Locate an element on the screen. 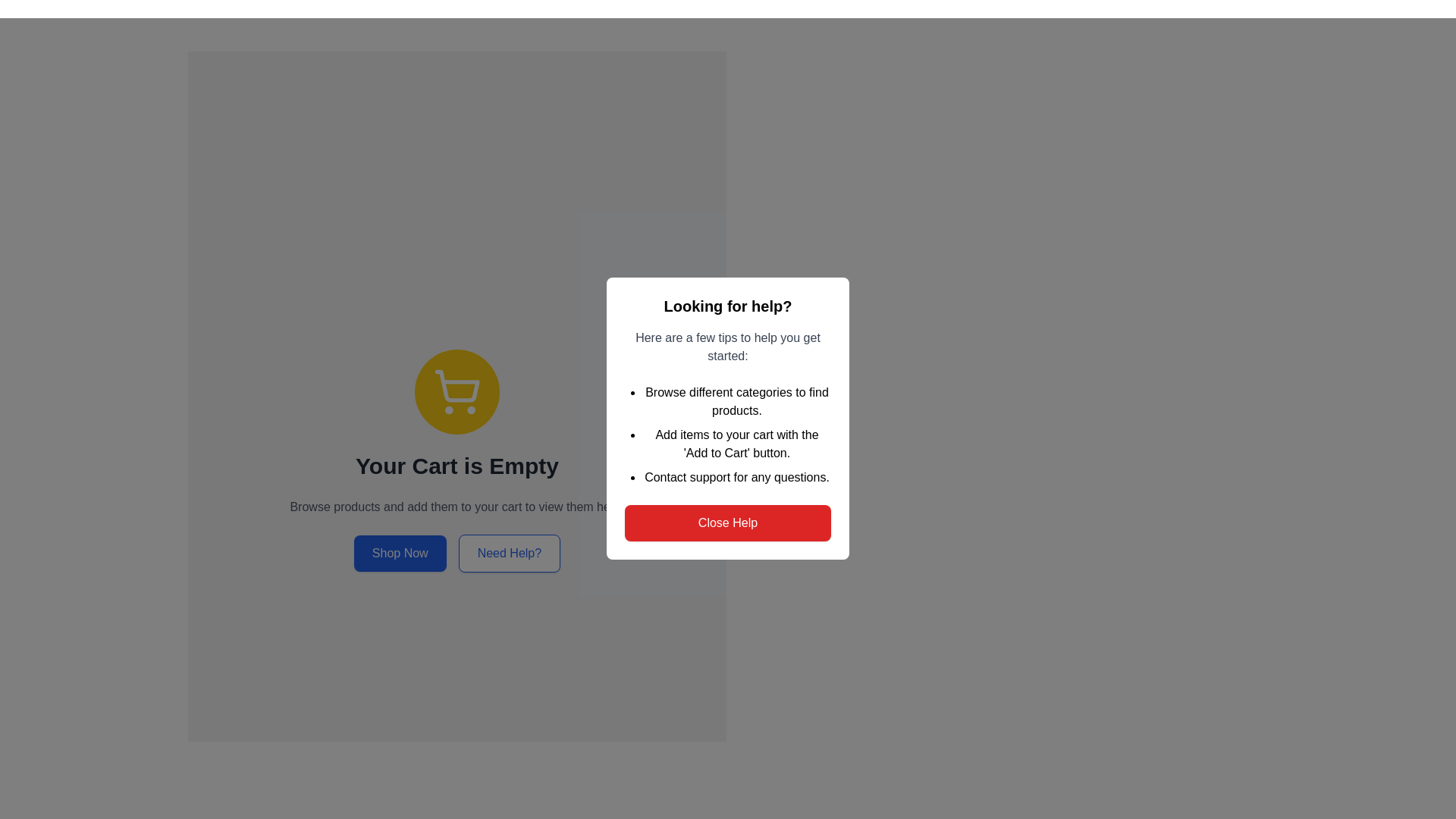 This screenshot has height=819, width=1456. the 'Shop Now' button, which is a rectangular button with rounded edges and a blue background featuring white text, positioned below the cart icon and to the left of the 'Need Help?' button is located at coordinates (400, 553).